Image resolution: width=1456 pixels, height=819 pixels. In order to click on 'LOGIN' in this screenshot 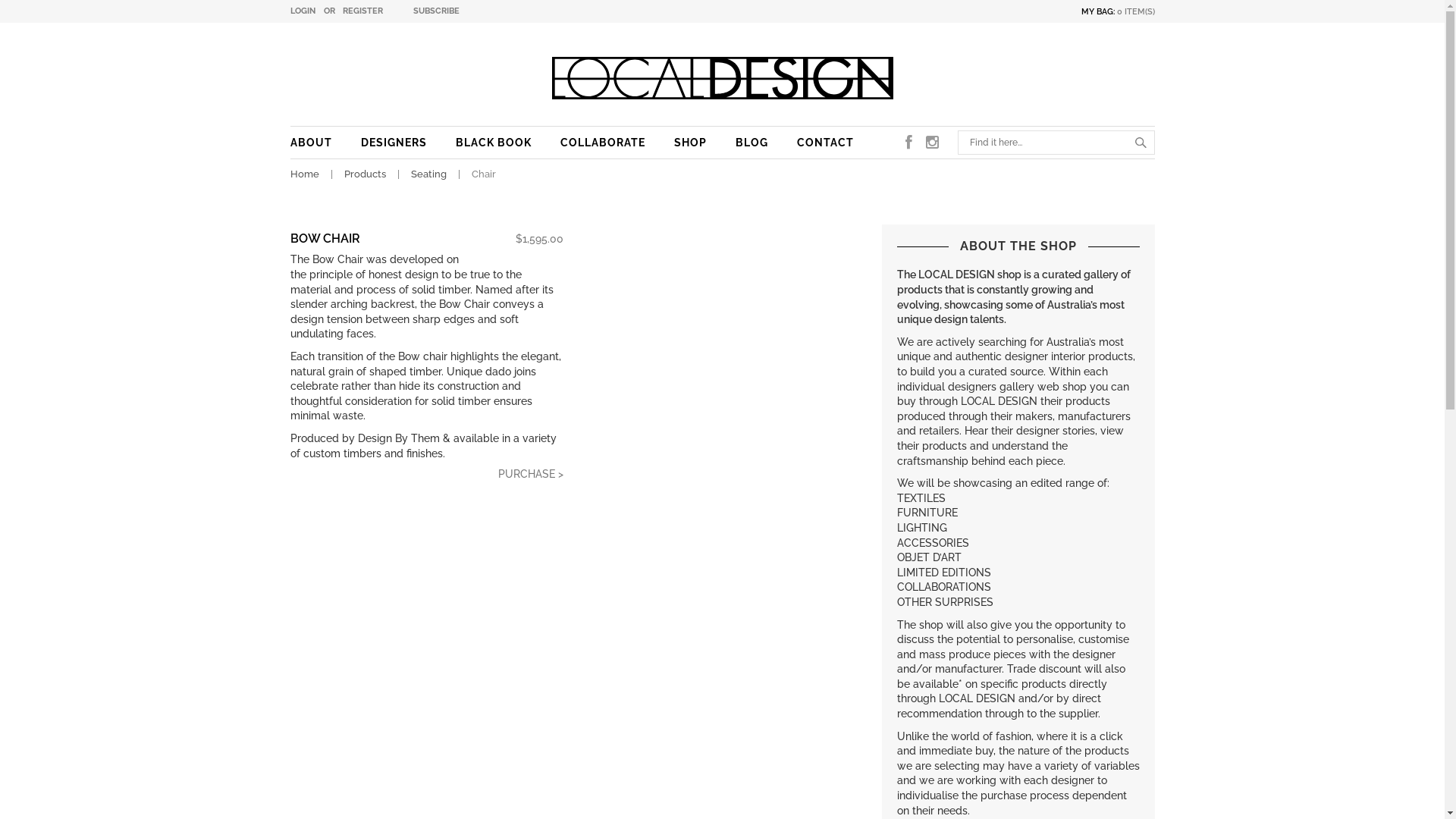, I will do `click(302, 11)`.